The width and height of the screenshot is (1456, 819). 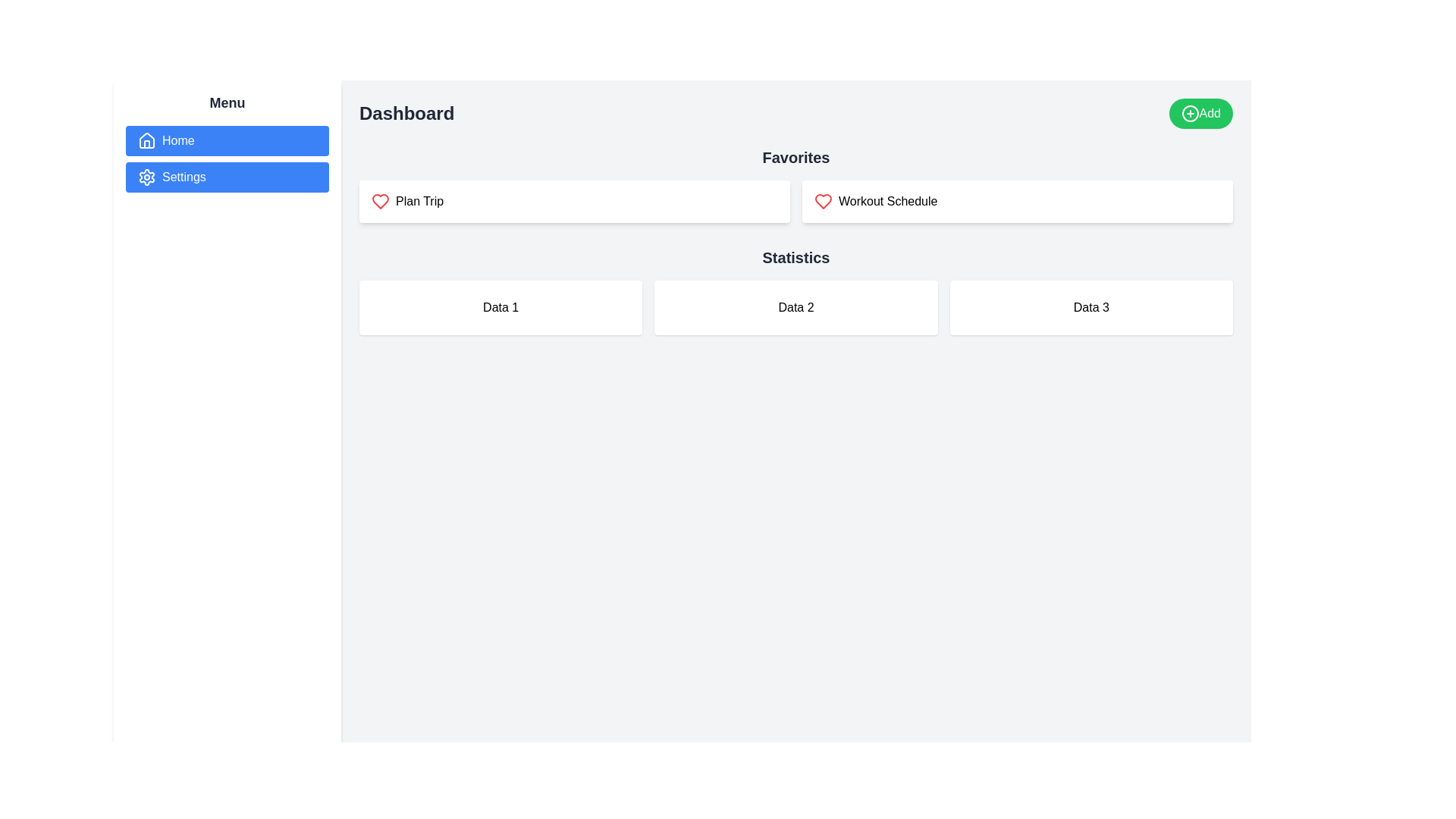 What do you see at coordinates (146, 140) in the screenshot?
I see `the 'Home' icon in the navigation menu` at bounding box center [146, 140].